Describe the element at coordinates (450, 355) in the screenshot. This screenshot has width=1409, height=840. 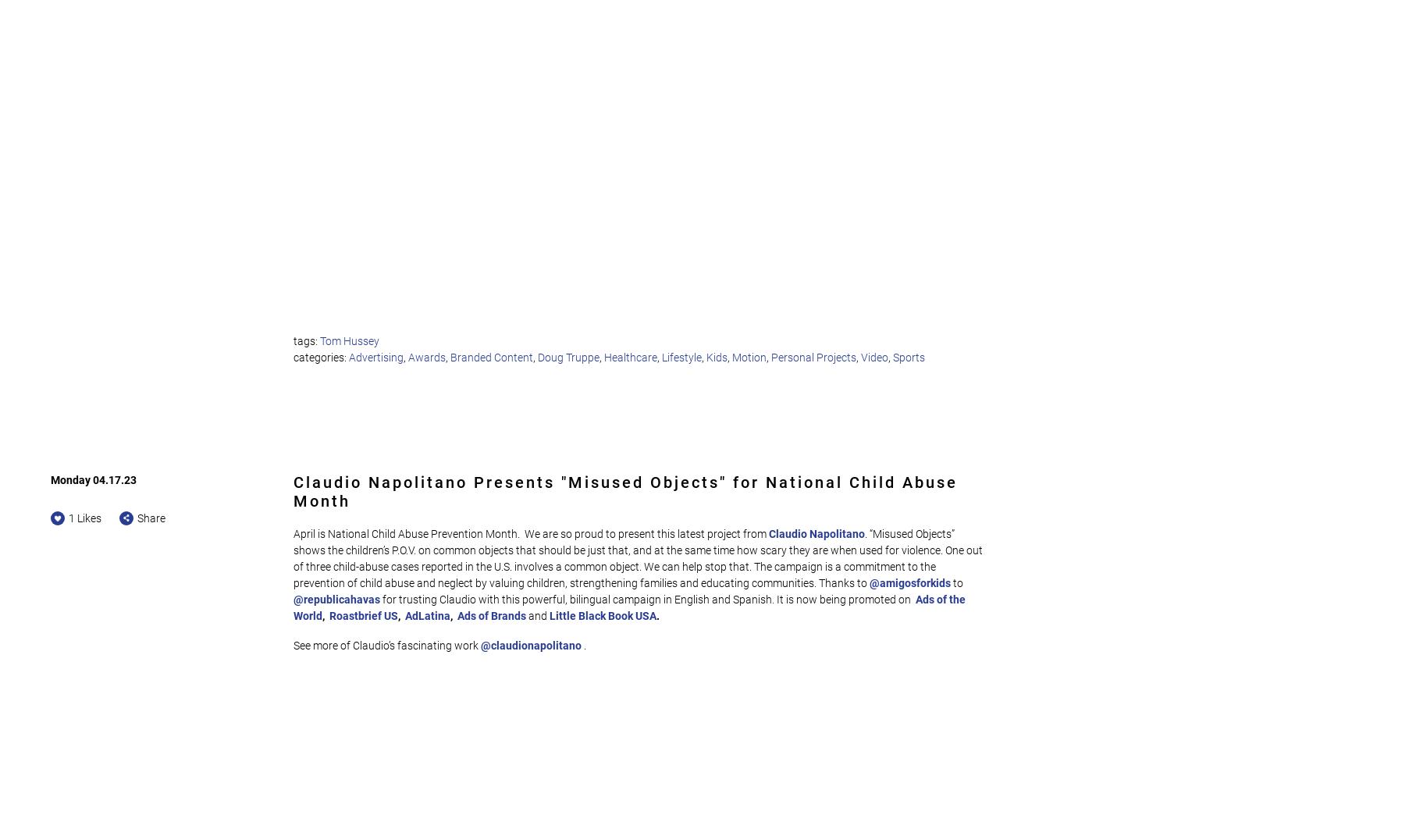
I see `'Branded Content'` at that location.